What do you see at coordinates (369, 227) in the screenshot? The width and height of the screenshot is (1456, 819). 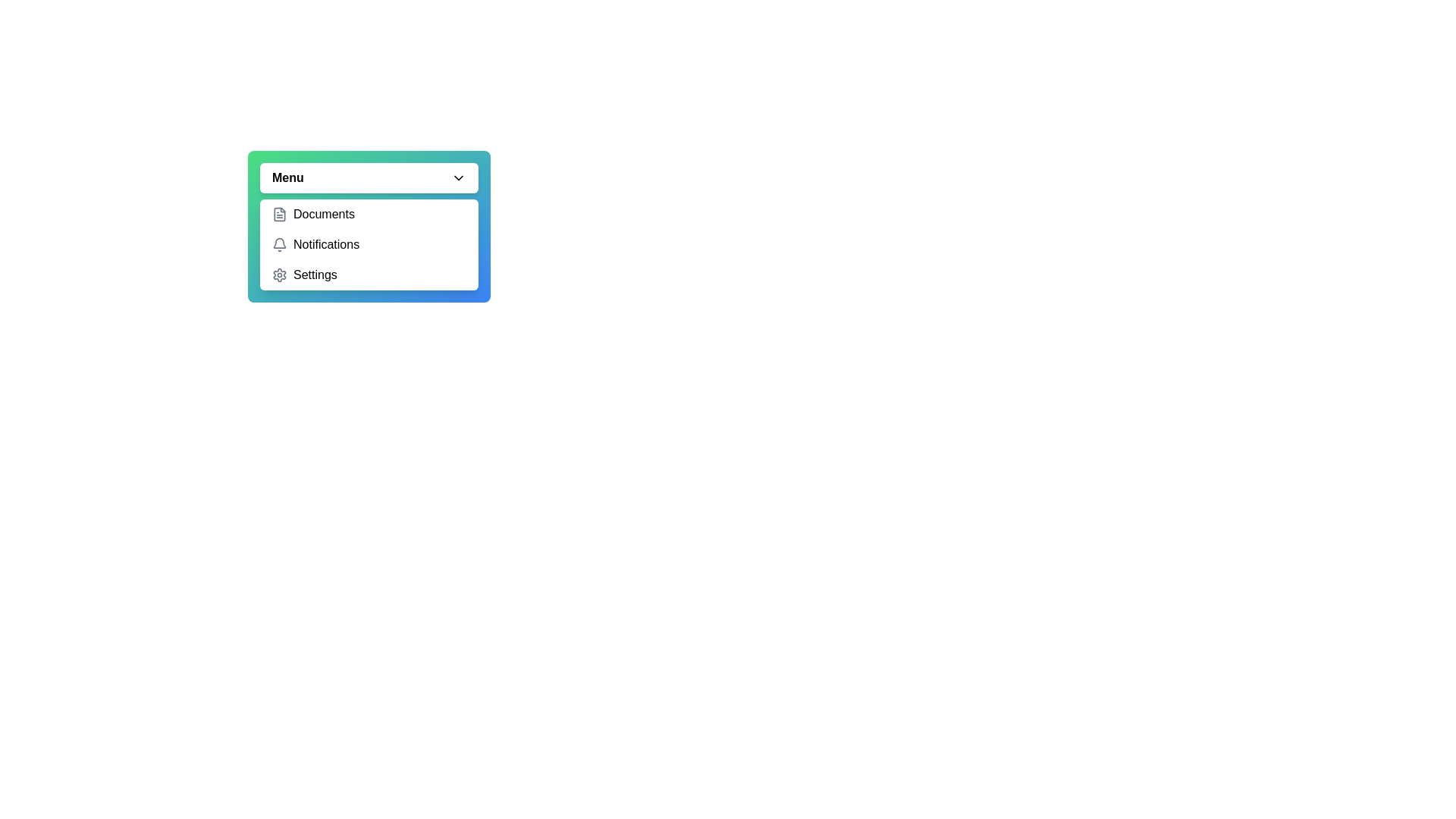 I see `a selectable option in the dropdown menu that includes 'Documents', 'Notifications', and 'Settings'` at bounding box center [369, 227].